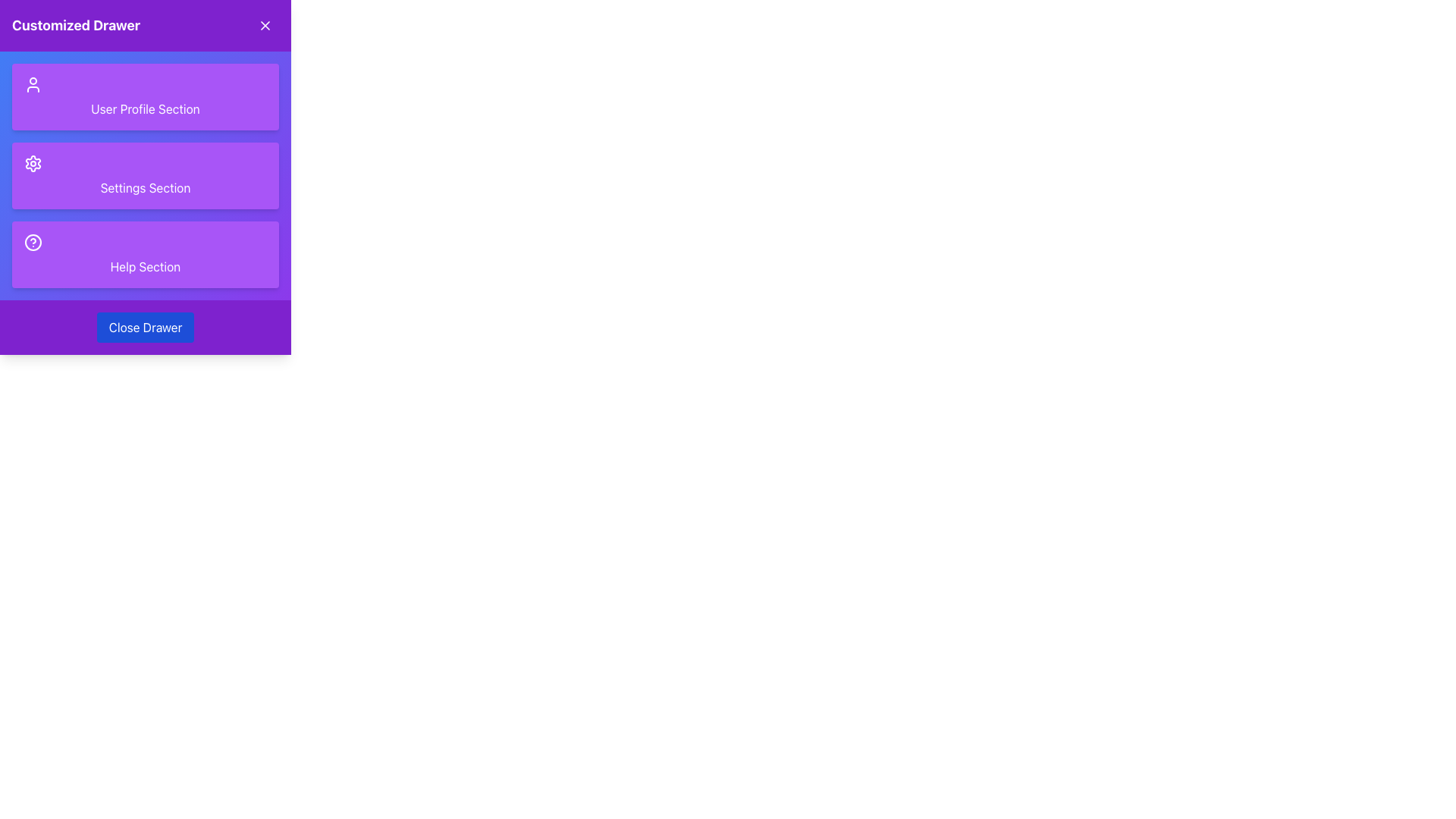 This screenshot has width=1456, height=819. I want to click on the user avatar icon, which is a circular head shape with shoulders, styled in white against a purple background, located in the 'User Profile Section' of the sidebar menu, so click(33, 84).